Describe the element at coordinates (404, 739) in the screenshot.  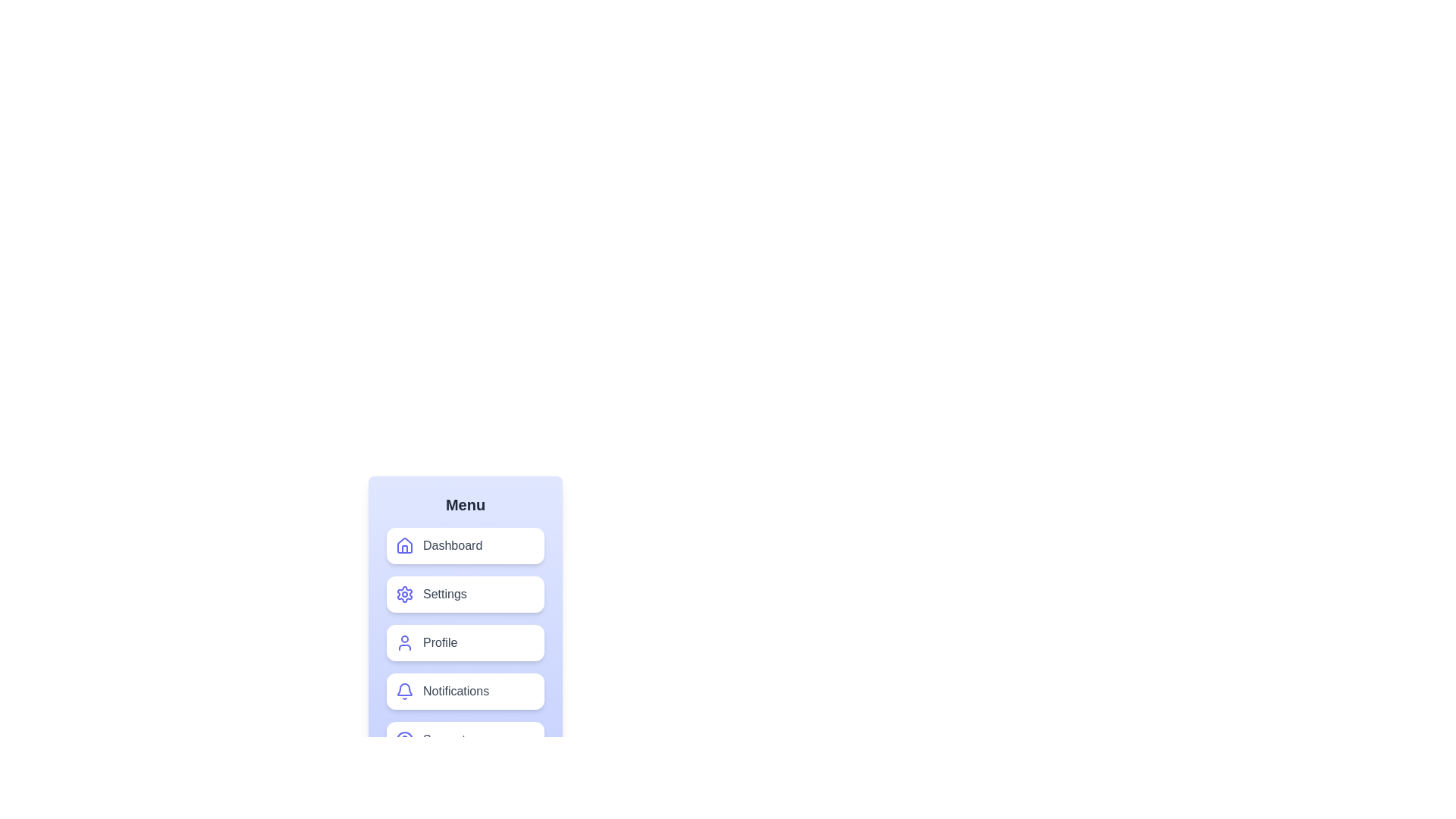
I see `the visual style of the filled circle SVG component centered in the bottom-most menu item labeled 'Security'` at that location.